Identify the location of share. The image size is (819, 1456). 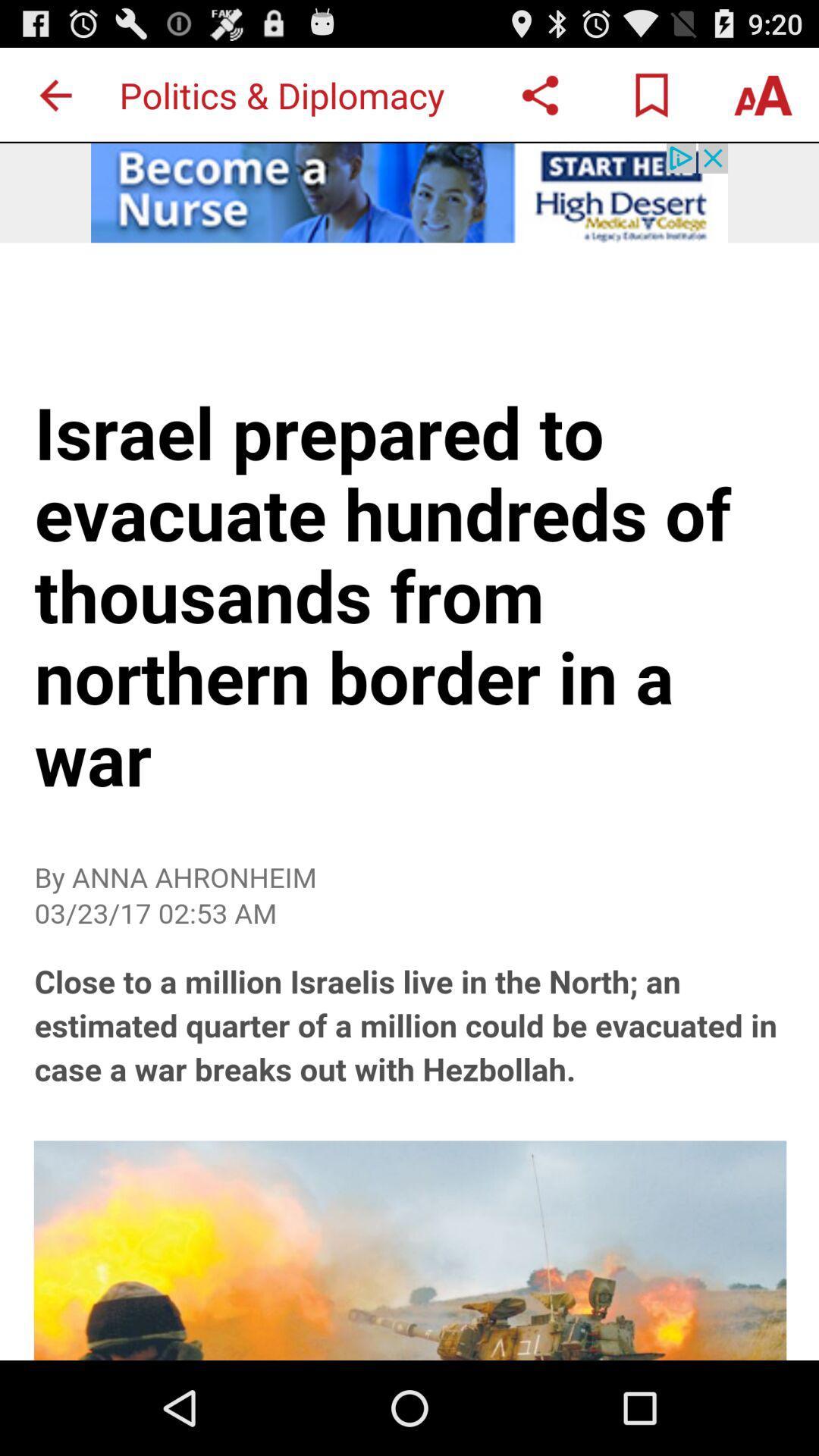
(539, 94).